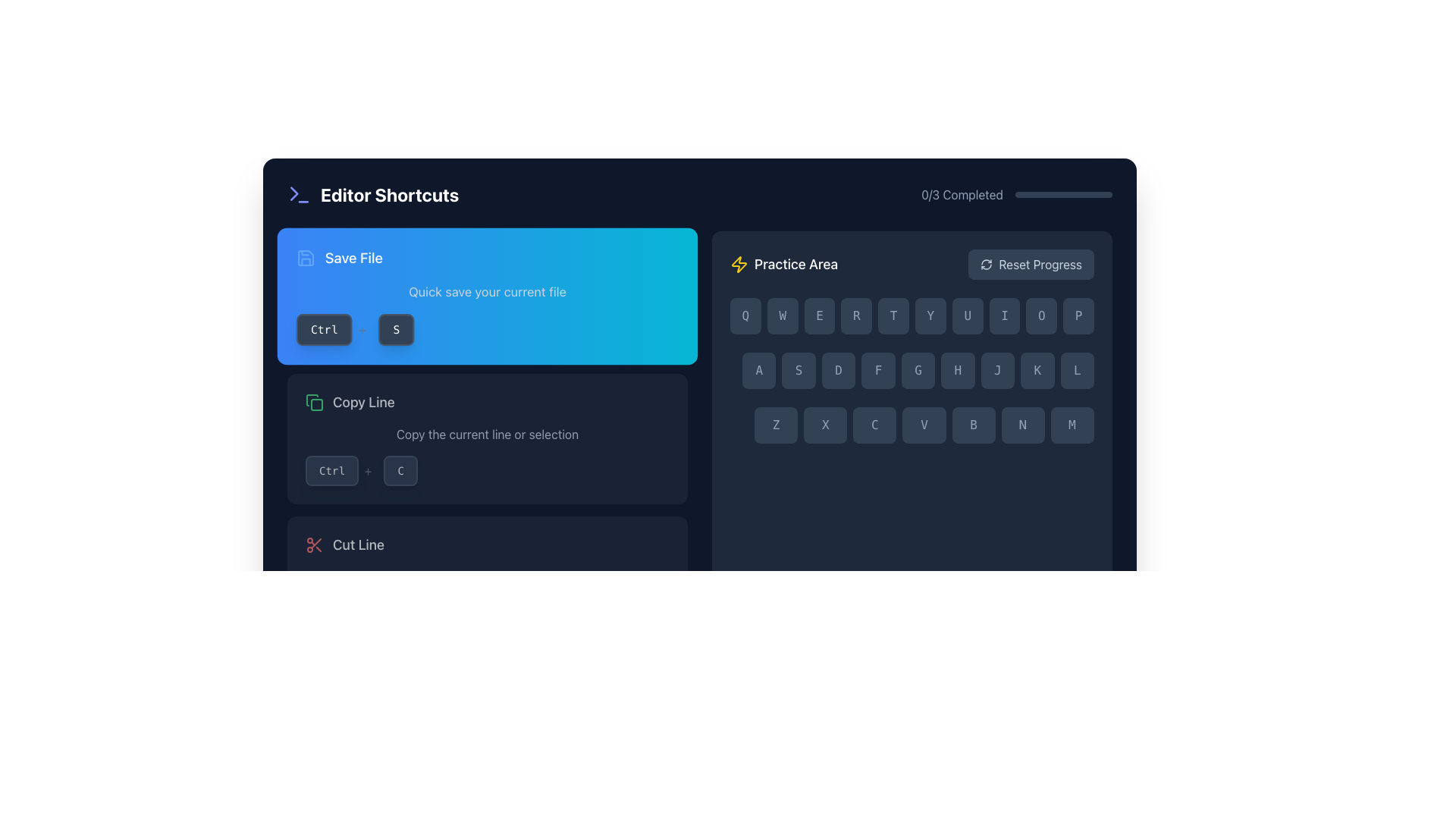 This screenshot has width=1456, height=819. Describe the element at coordinates (745, 315) in the screenshot. I see `the displayed character on the button representing the letter 'Q', which is the first button in the horizontal grid of the virtual keyboard` at that location.